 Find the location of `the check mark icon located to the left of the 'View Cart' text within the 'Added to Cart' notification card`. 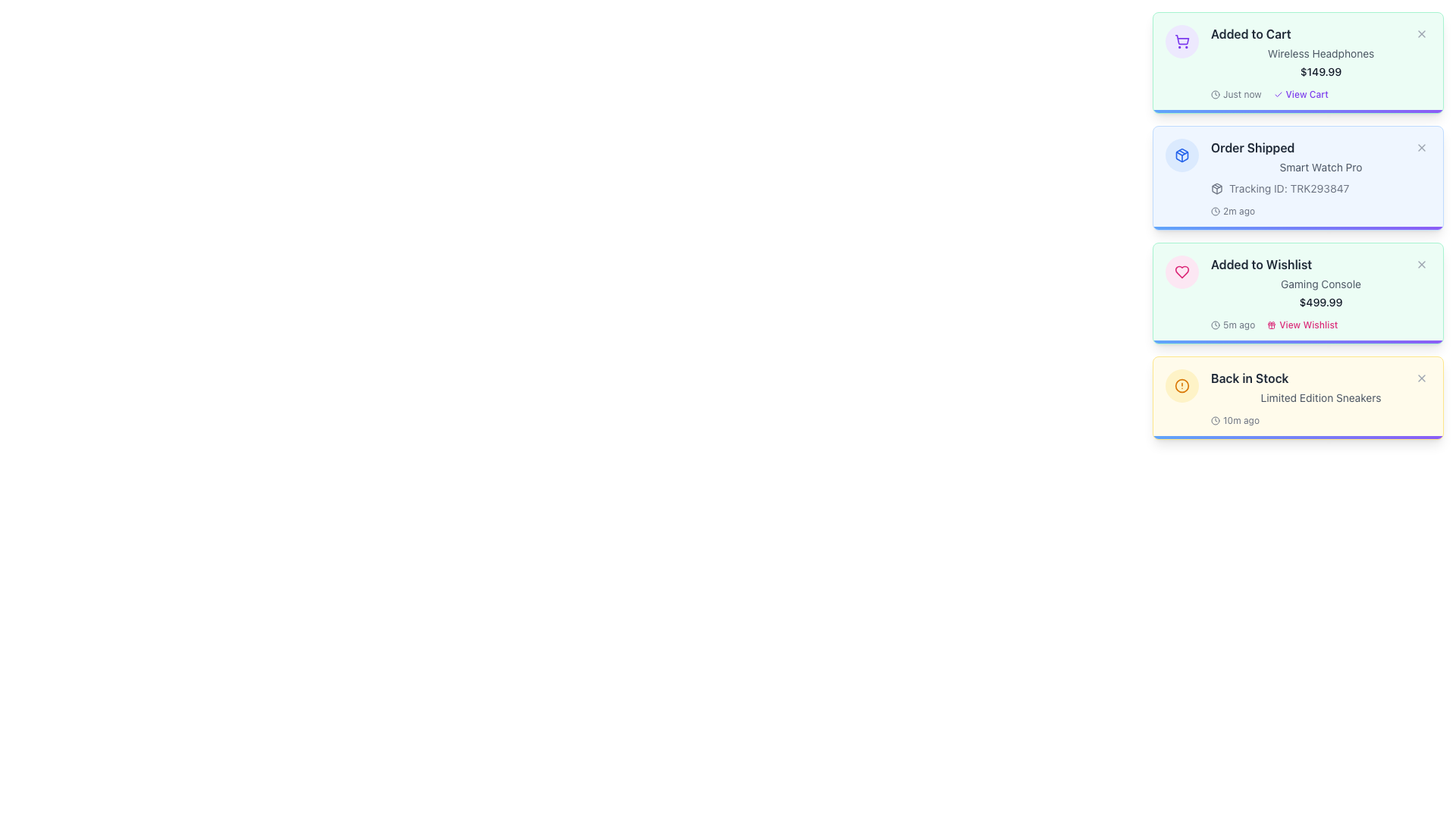

the check mark icon located to the left of the 'View Cart' text within the 'Added to Cart' notification card is located at coordinates (1277, 94).